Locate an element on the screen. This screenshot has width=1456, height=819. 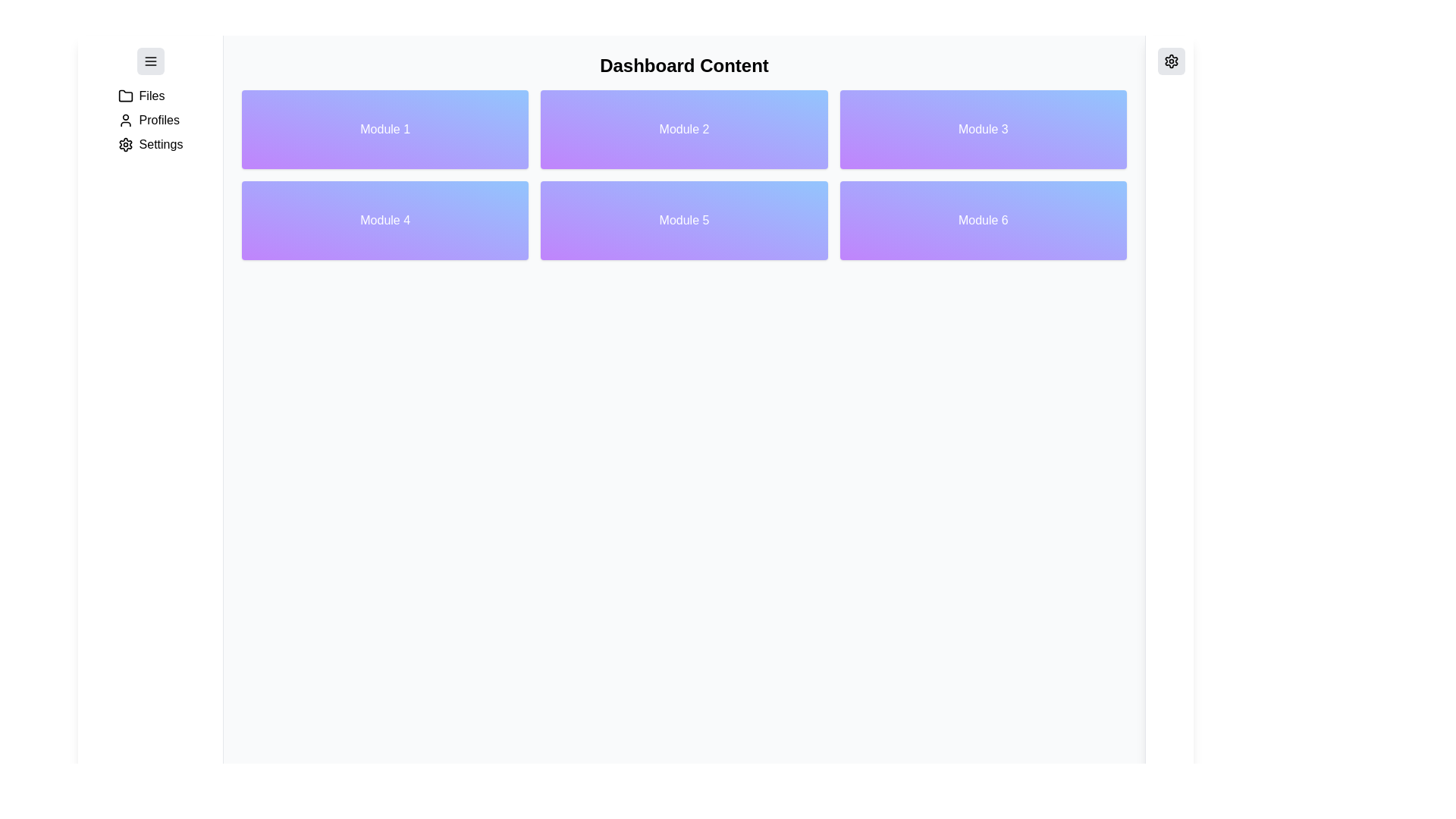
the 'Profiles' menu item, which is the second option in a vertical menu containing 'Files,' 'Profiles,' and 'Settings.' is located at coordinates (150, 119).